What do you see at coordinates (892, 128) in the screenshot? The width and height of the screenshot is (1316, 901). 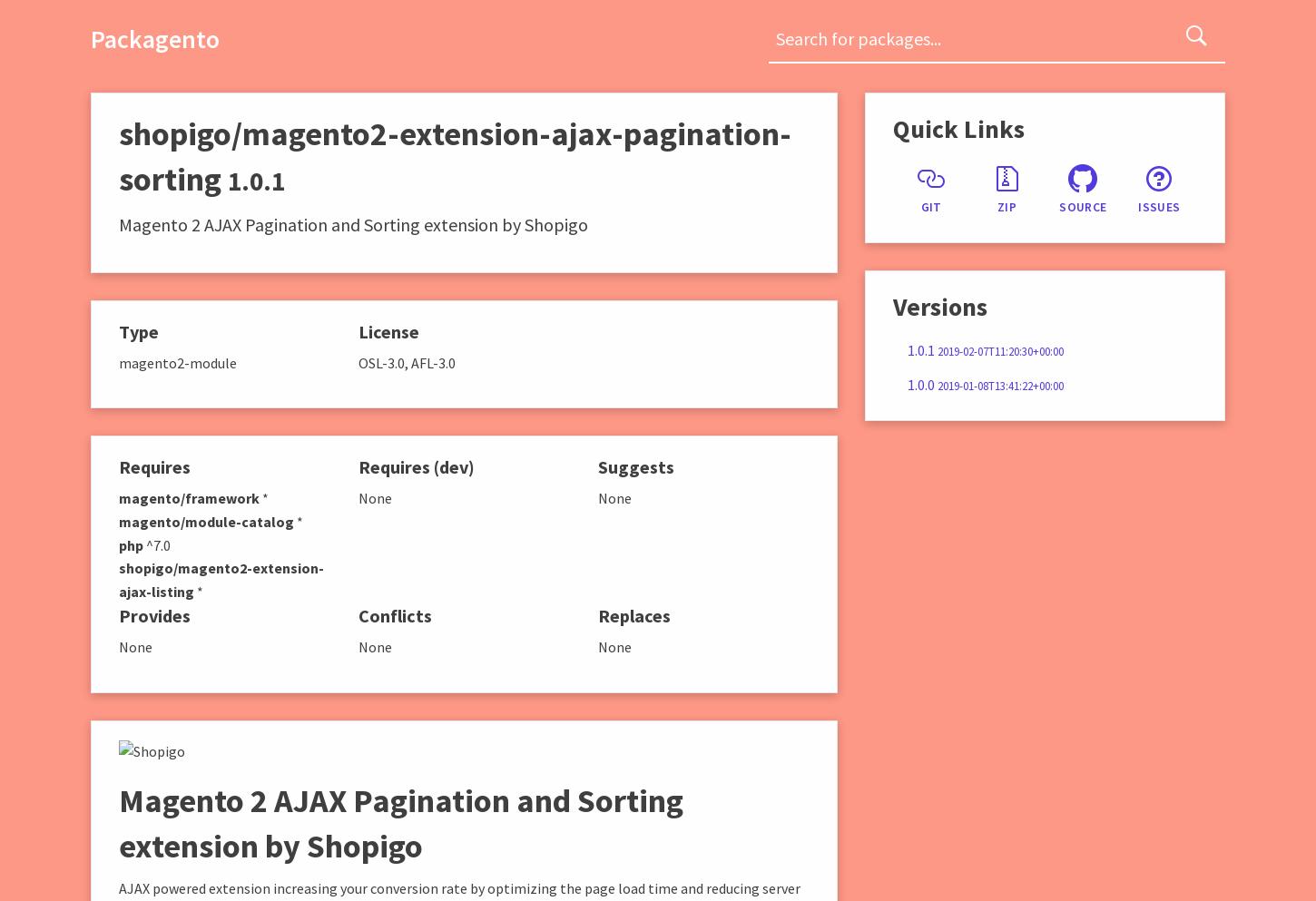 I see `'Quick Links'` at bounding box center [892, 128].